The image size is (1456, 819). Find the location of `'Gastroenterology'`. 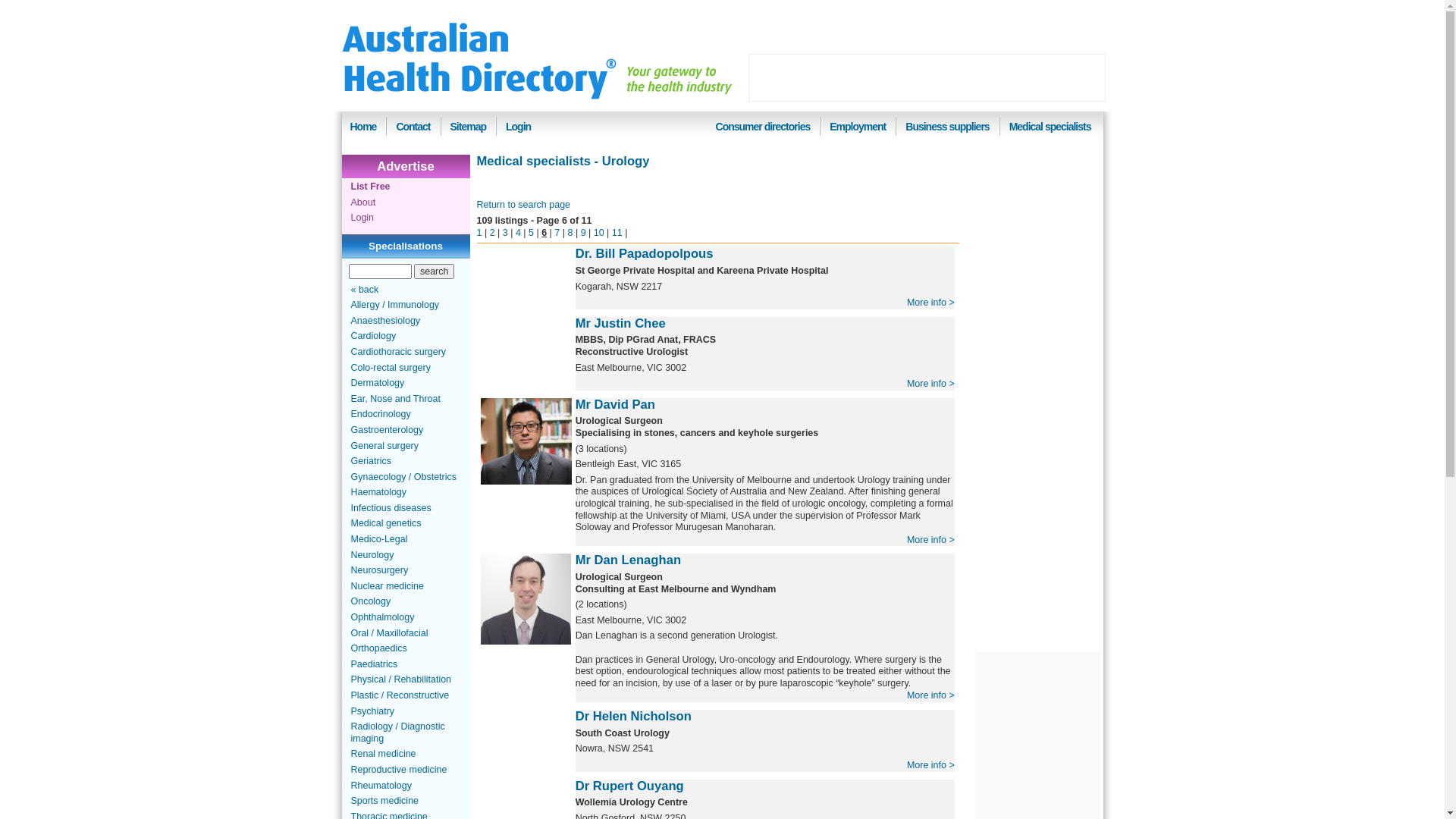

'Gastroenterology' is located at coordinates (386, 430).